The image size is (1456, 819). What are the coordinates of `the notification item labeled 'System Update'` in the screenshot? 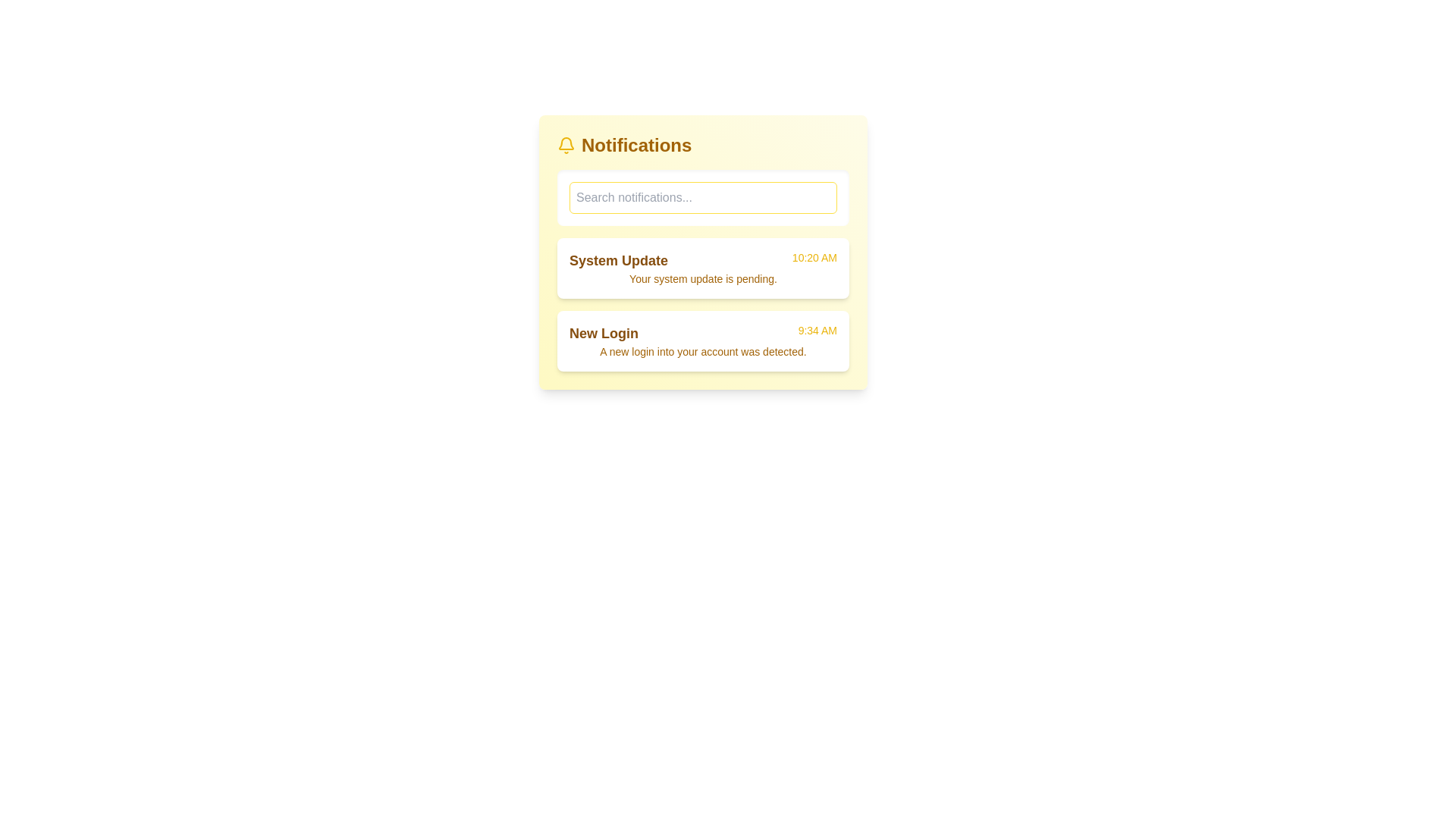 It's located at (702, 268).